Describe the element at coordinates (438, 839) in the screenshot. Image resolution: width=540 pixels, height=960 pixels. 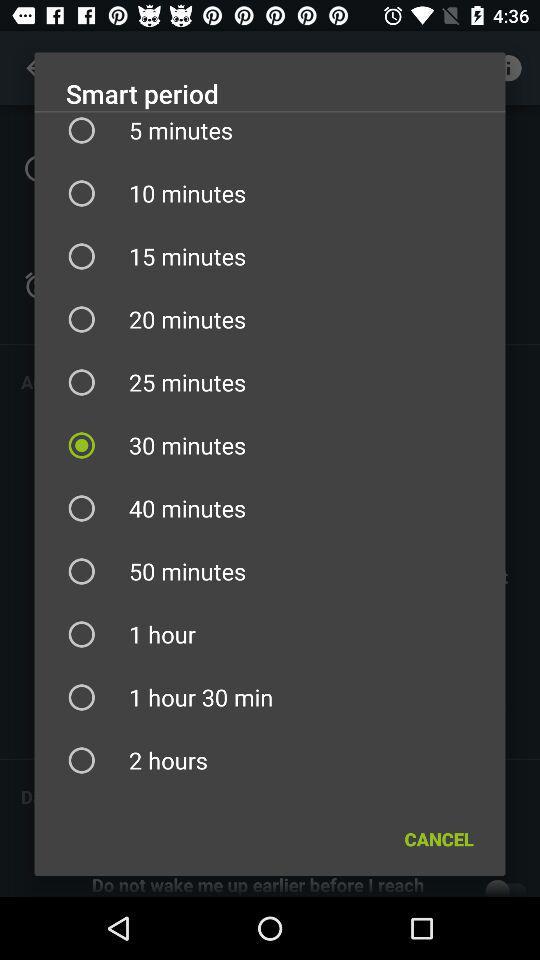
I see `the icon below 2 hours` at that location.